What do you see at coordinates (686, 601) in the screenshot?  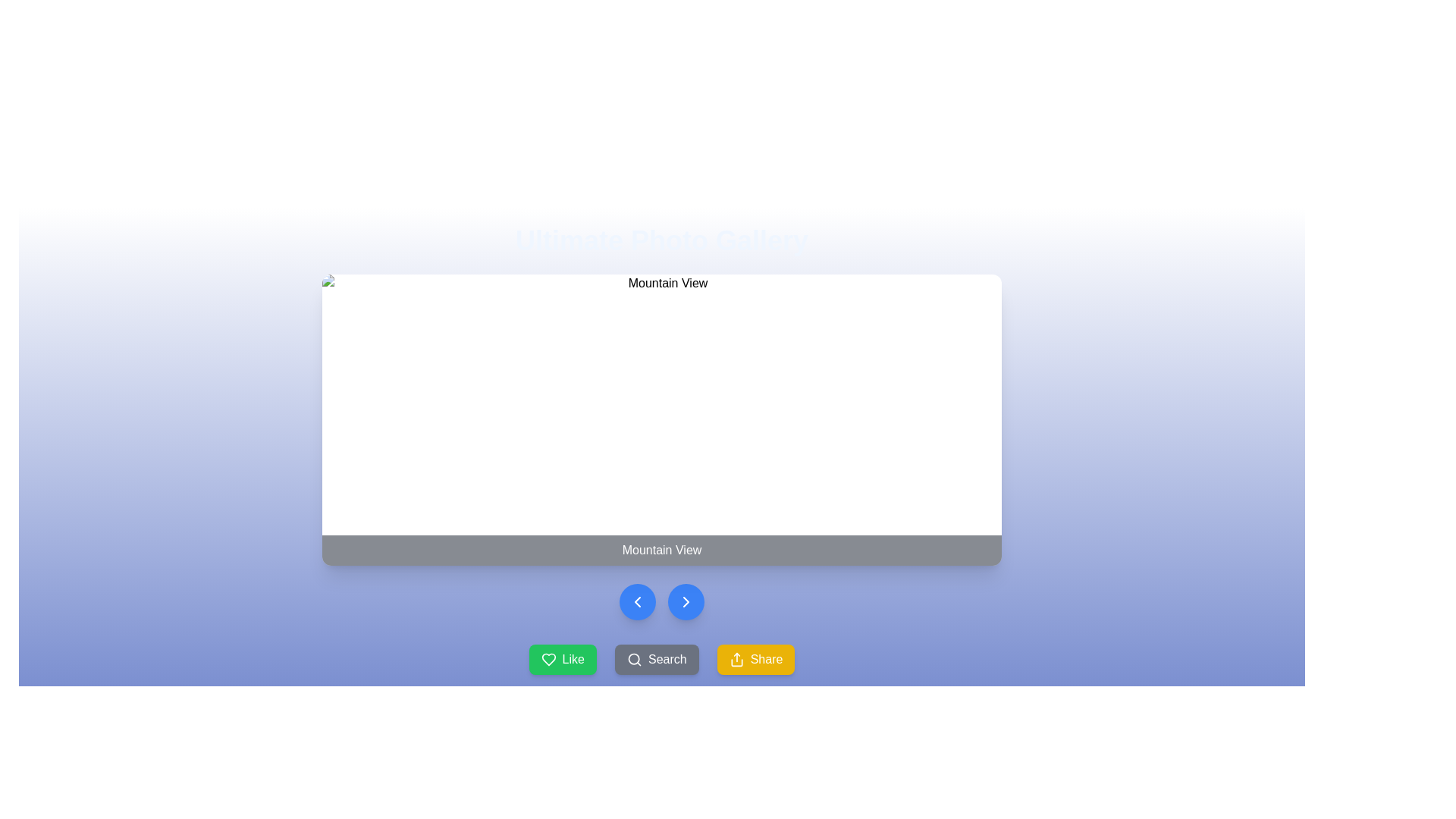 I see `the second circular button with a blue background and a right-pointing chevron icon` at bounding box center [686, 601].